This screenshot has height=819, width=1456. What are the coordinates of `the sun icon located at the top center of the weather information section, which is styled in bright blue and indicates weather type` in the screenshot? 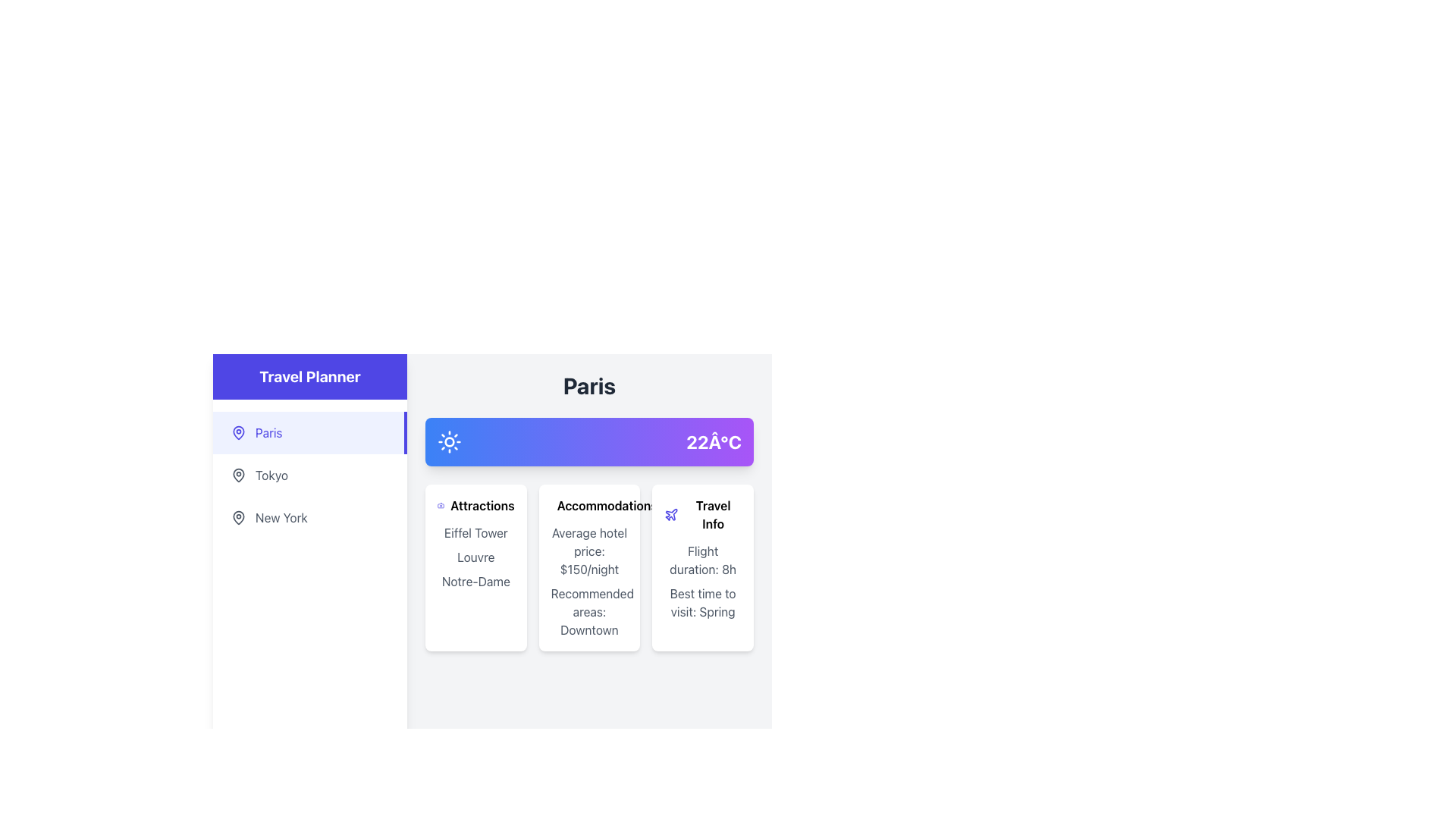 It's located at (449, 441).